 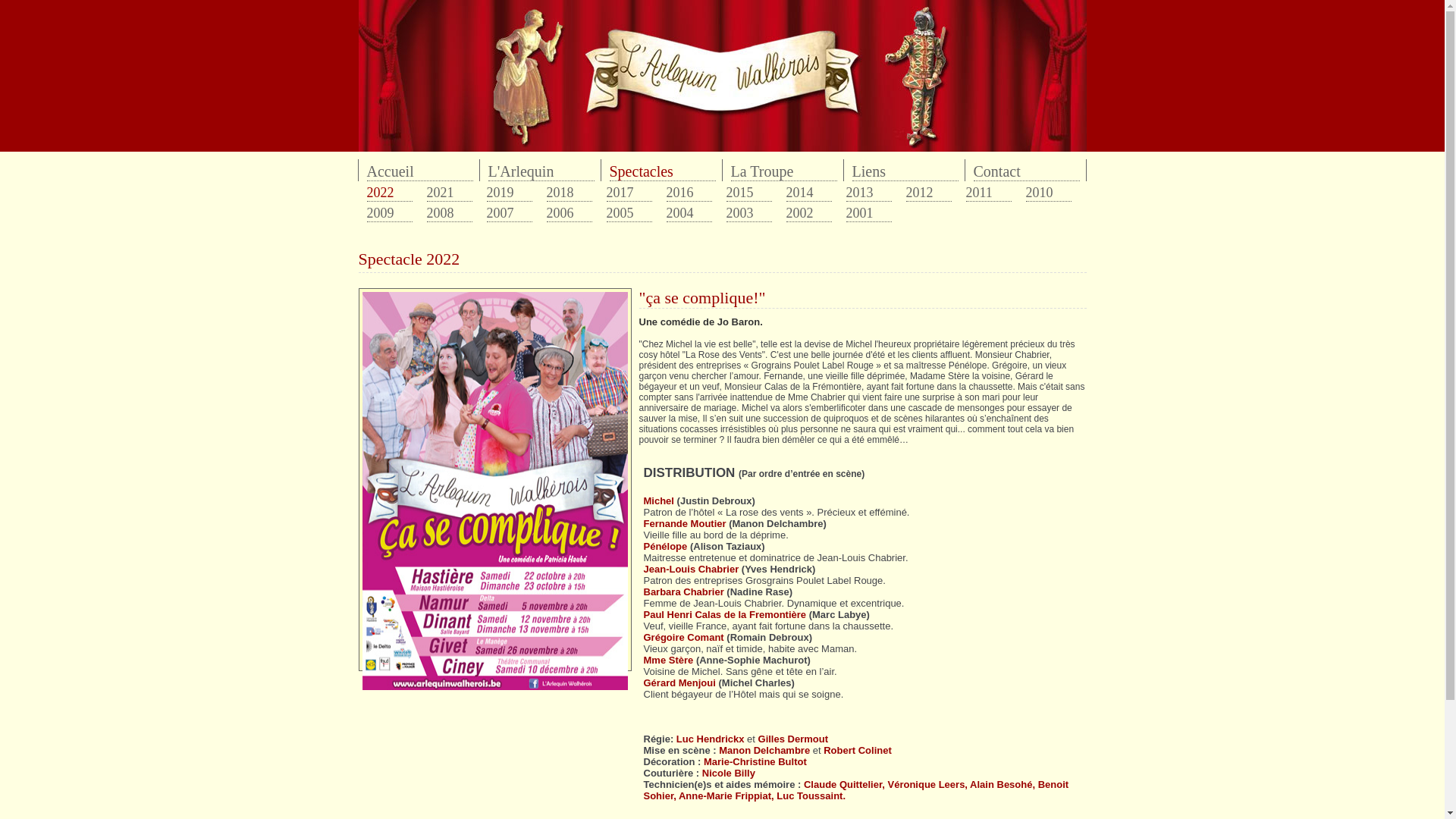 I want to click on 'Accueil', so click(x=419, y=171).